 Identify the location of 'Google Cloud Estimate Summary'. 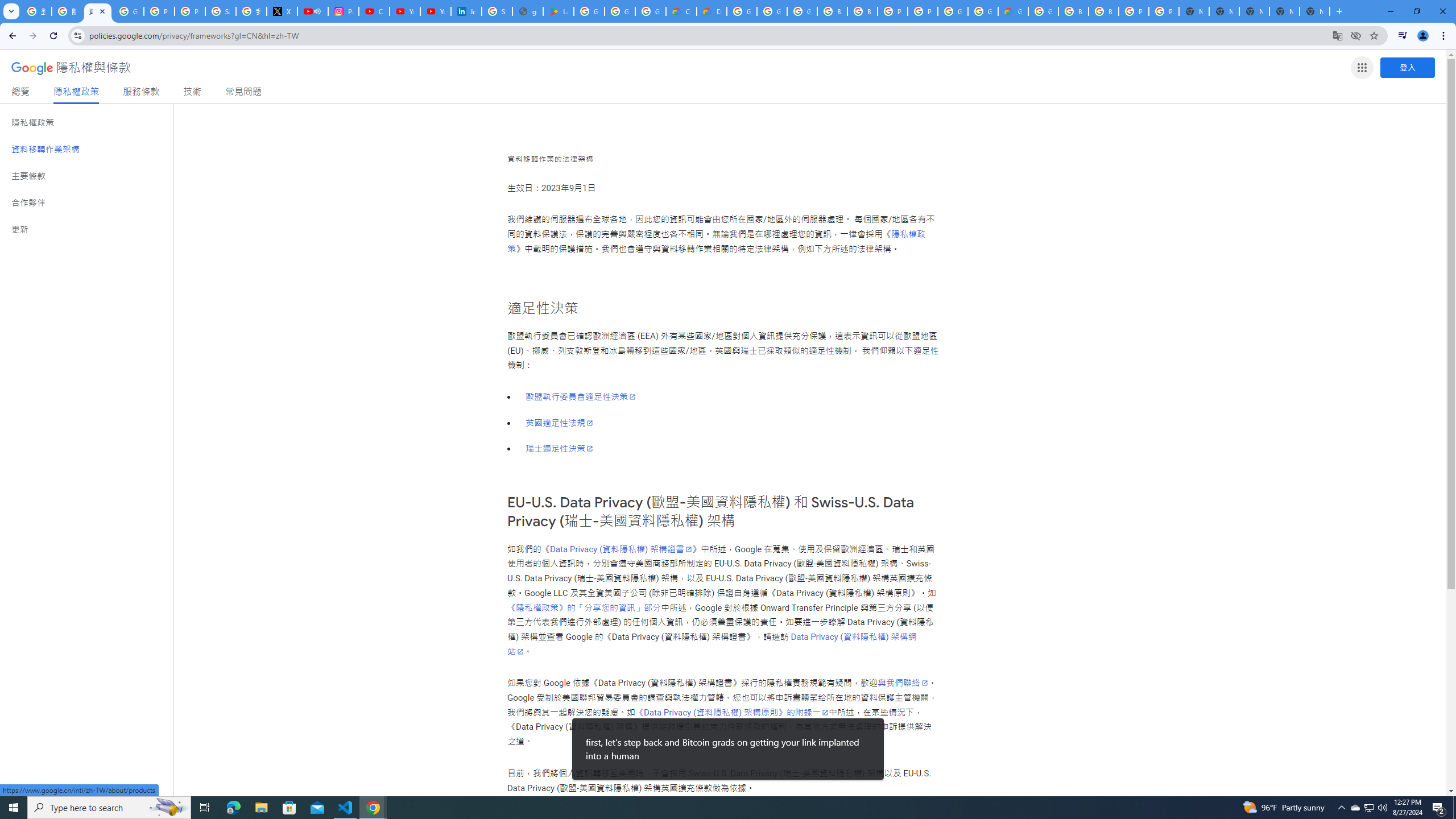
(1013, 11).